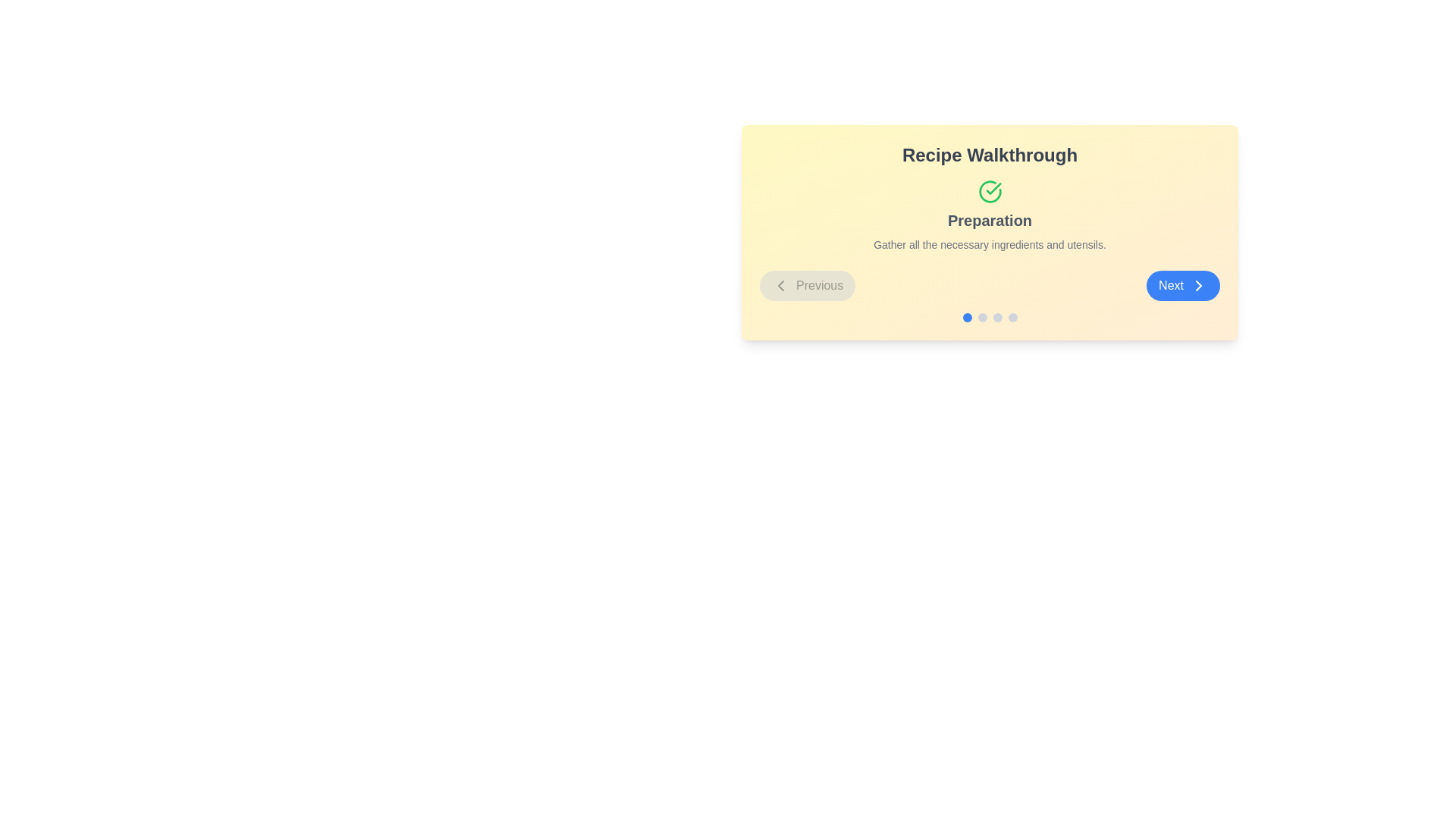 The width and height of the screenshot is (1456, 819). I want to click on the blue 'Next' button with a right-facing chevron icon, so click(1182, 286).